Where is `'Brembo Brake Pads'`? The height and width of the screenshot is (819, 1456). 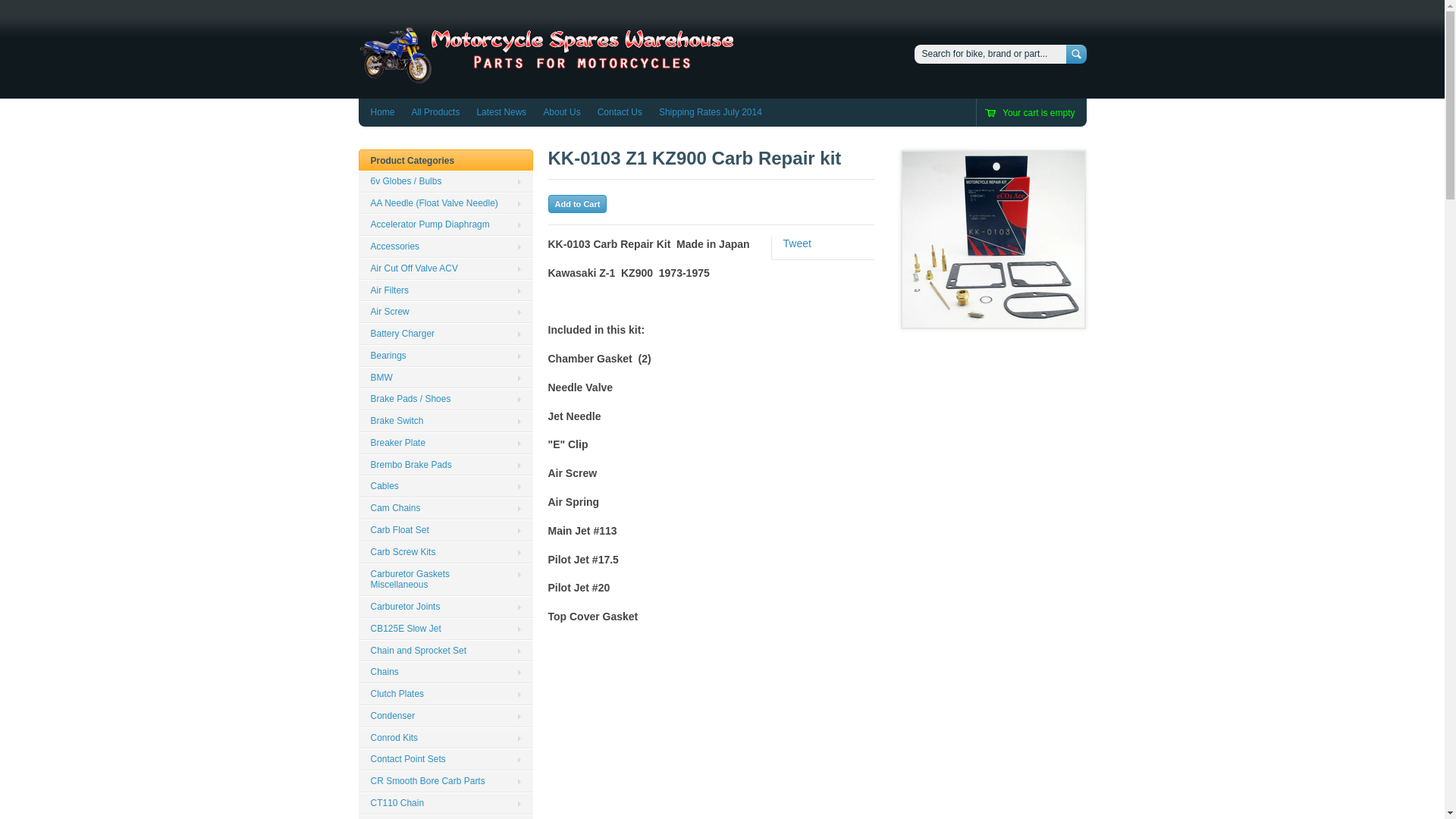
'Brembo Brake Pads' is located at coordinates (444, 464).